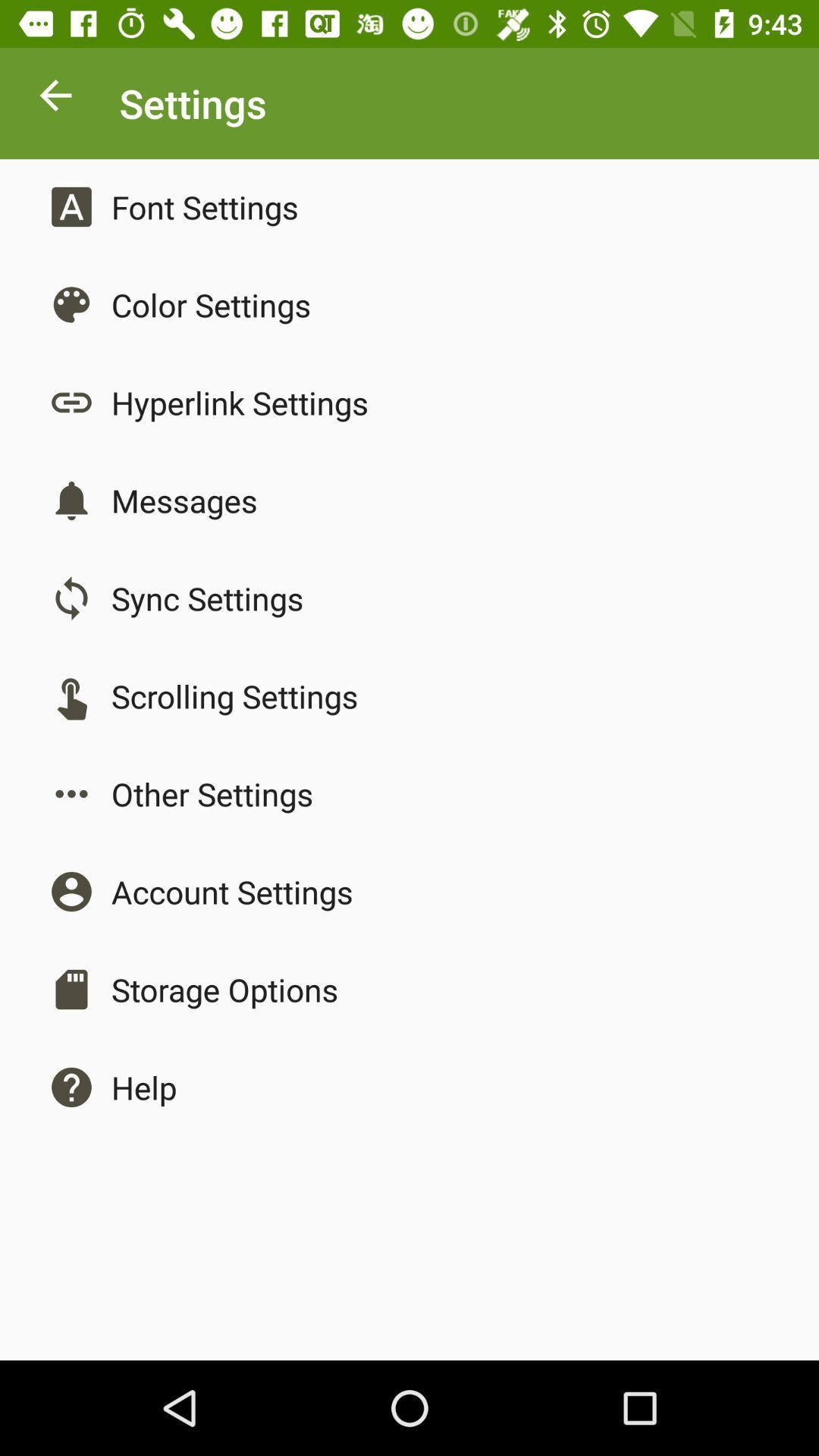  I want to click on hyperlink settings app, so click(239, 403).